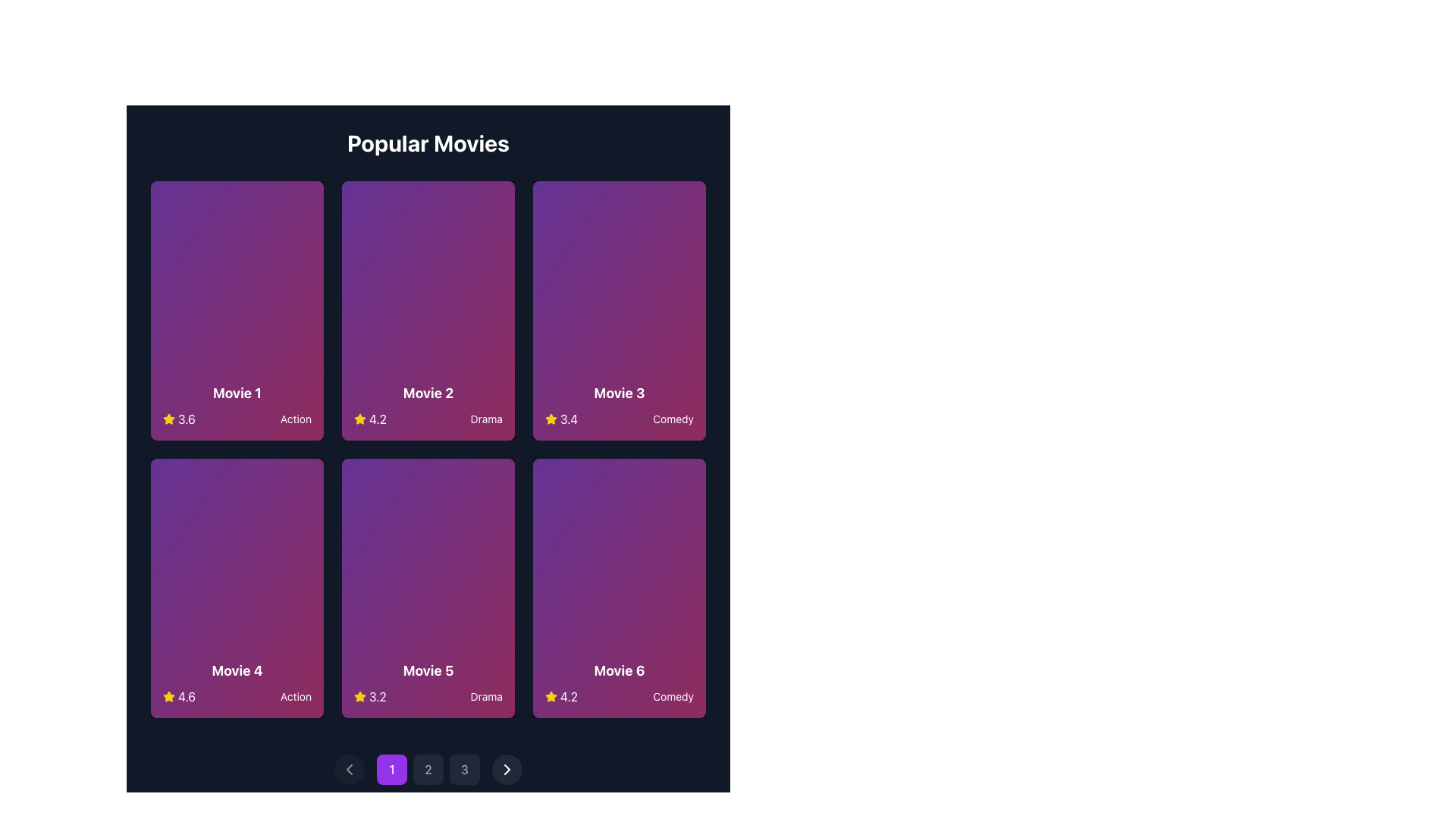 The width and height of the screenshot is (1456, 819). Describe the element at coordinates (679, 207) in the screenshot. I see `the favorite button located at the top-right corner of the card displaying information about 'Movie 3'` at that location.